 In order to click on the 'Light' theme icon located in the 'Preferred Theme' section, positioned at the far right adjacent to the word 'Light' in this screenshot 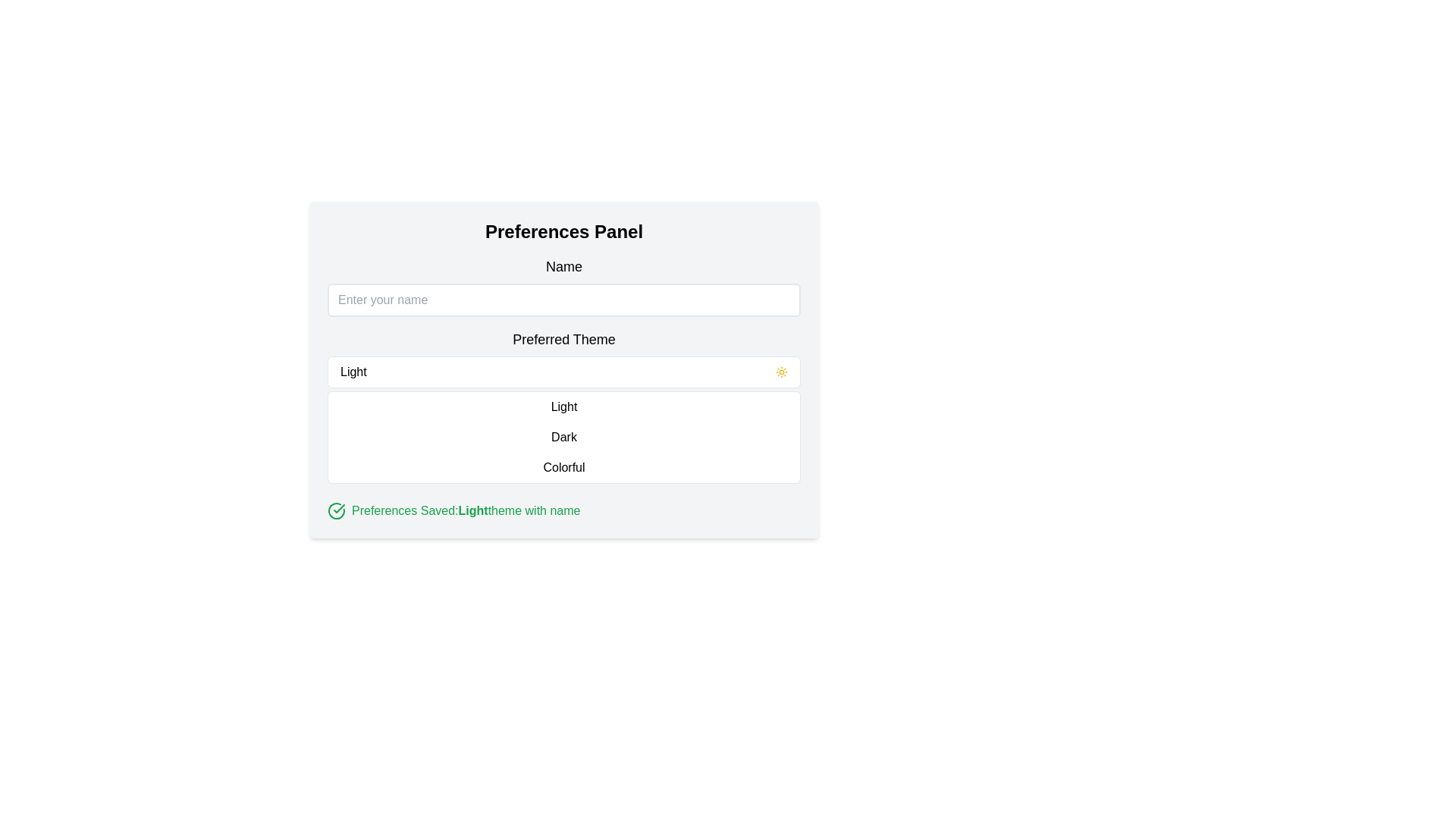, I will do `click(782, 372)`.